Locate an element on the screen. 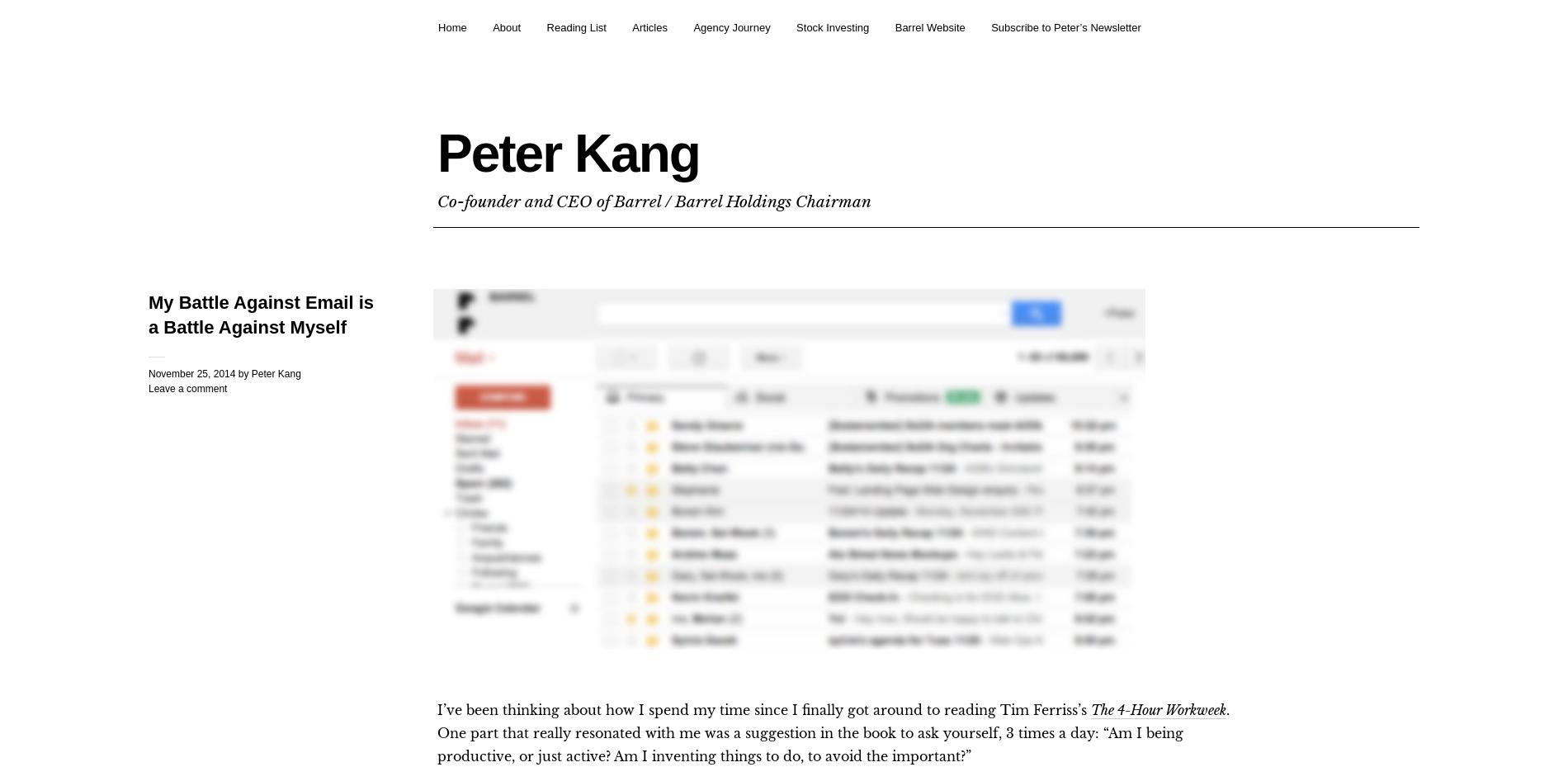 This screenshot has height=767, width=1568. 'November 25, 2014' is located at coordinates (148, 372).